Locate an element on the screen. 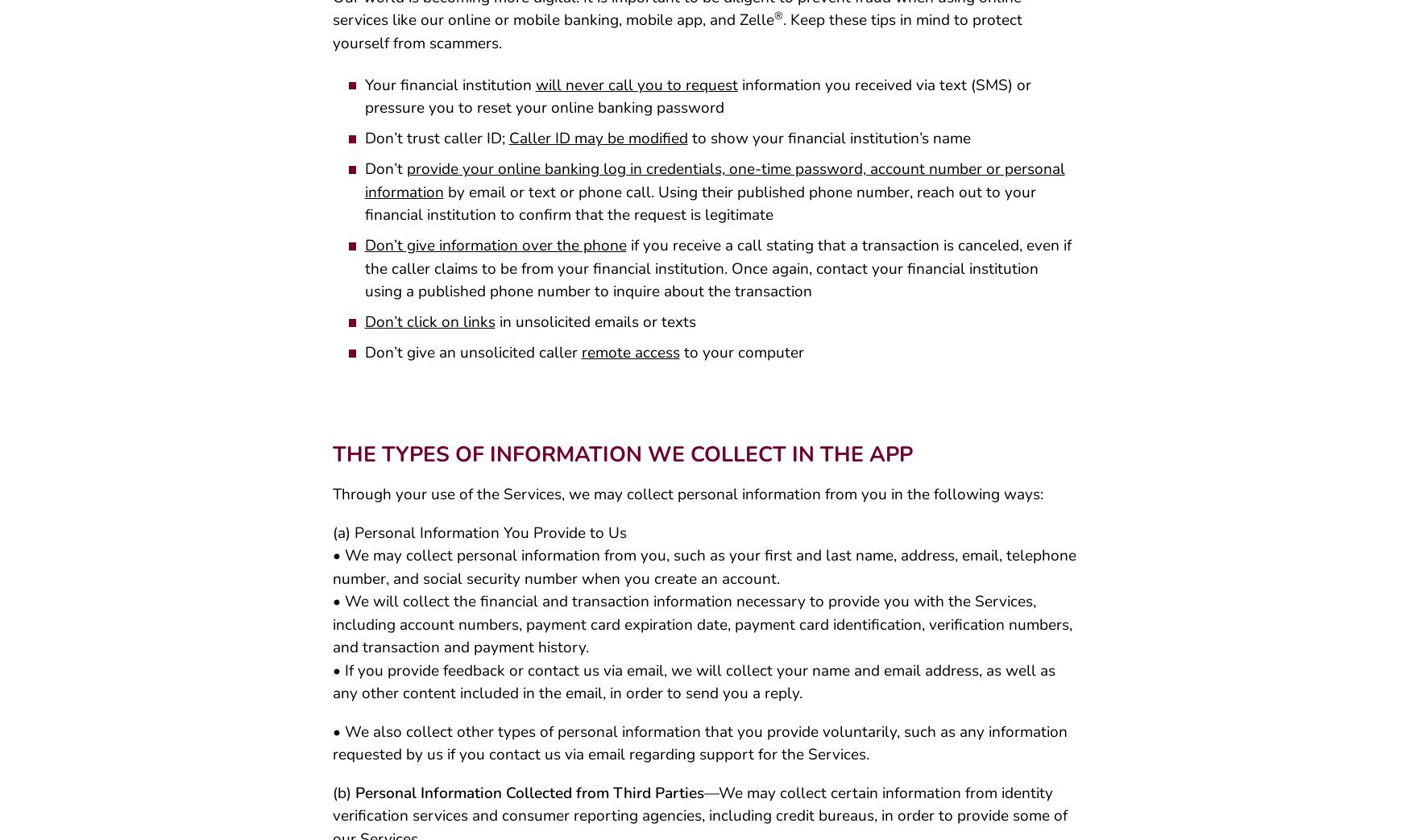 This screenshot has width=1410, height=840. '• We also collect other types of personal information that you provide voluntarily, such as any information requested by us if you contact us via email regarding support for the Services.' is located at coordinates (699, 748).